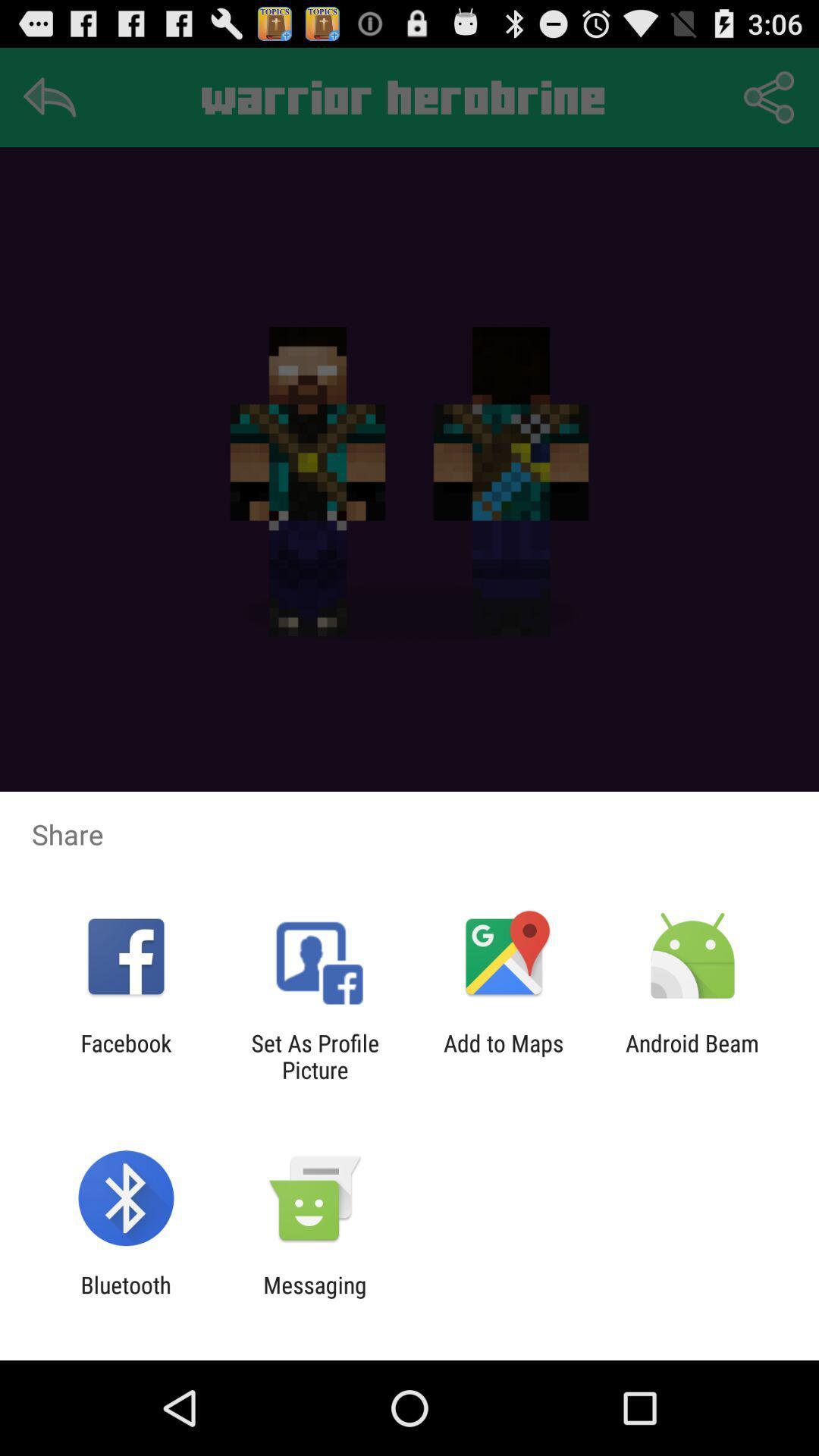 The image size is (819, 1456). I want to click on item to the left of add to maps icon, so click(314, 1056).